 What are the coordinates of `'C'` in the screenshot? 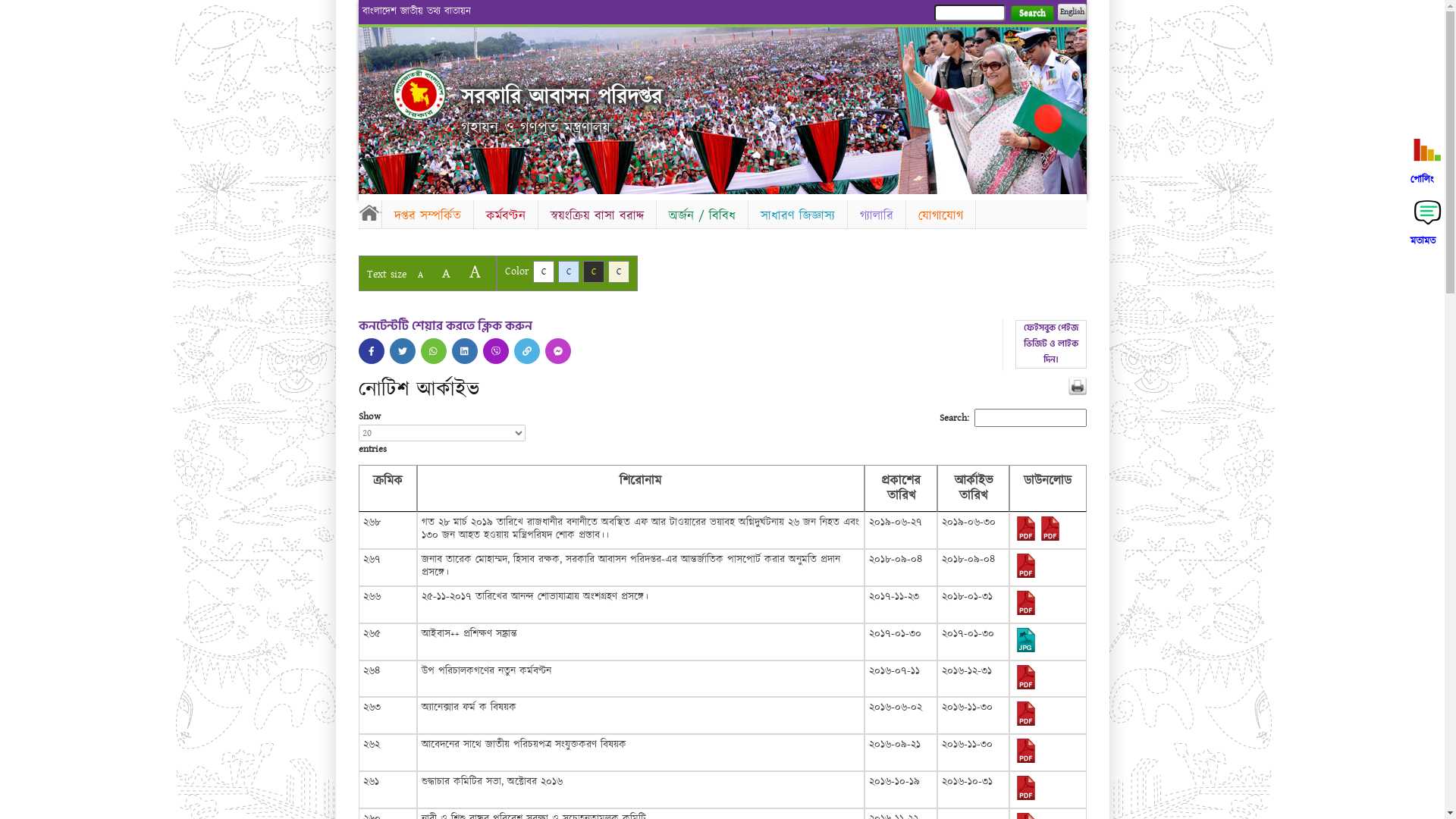 It's located at (607, 271).